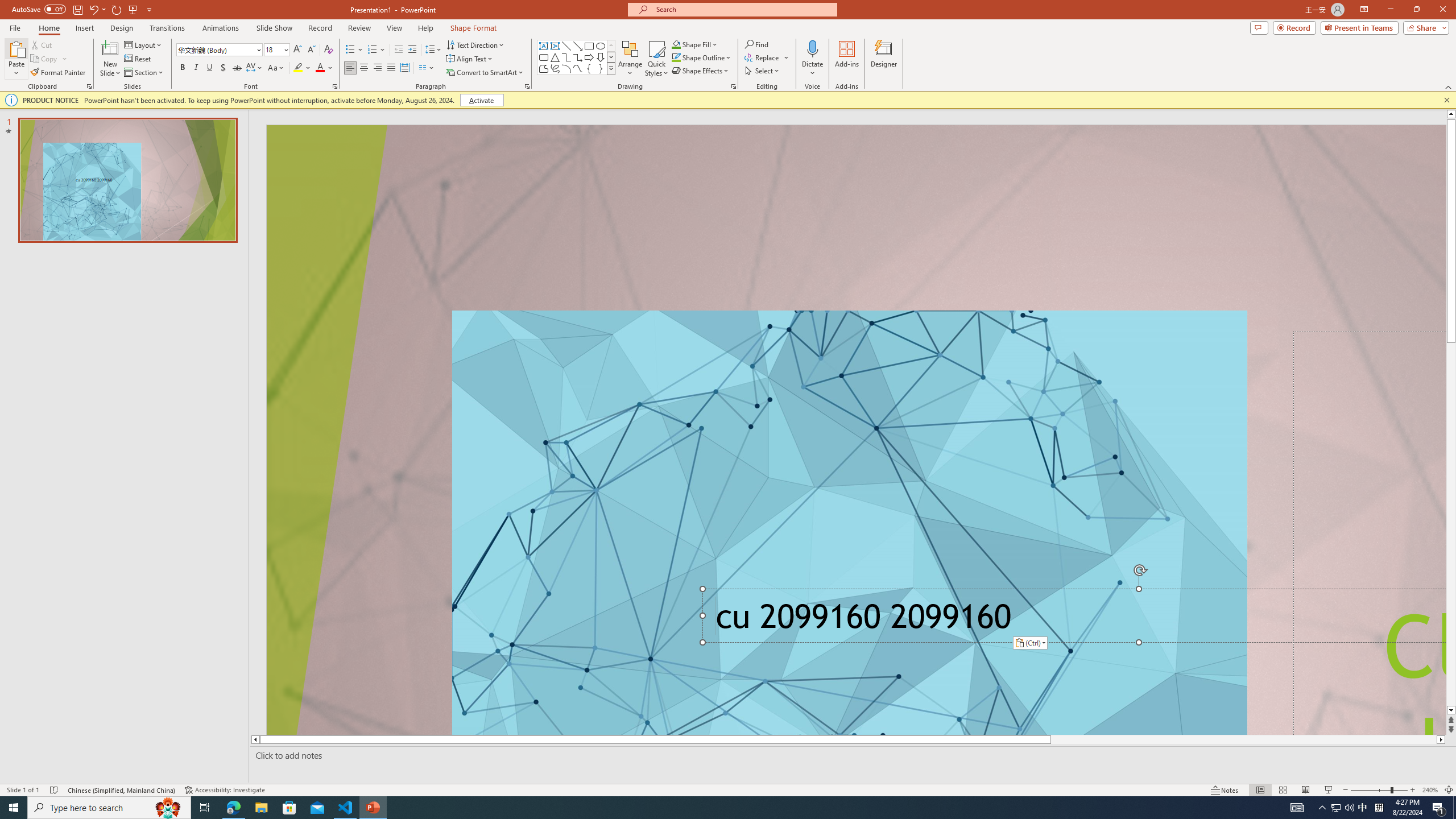  Describe the element at coordinates (1070, 619) in the screenshot. I see `'TextBox 61'` at that location.